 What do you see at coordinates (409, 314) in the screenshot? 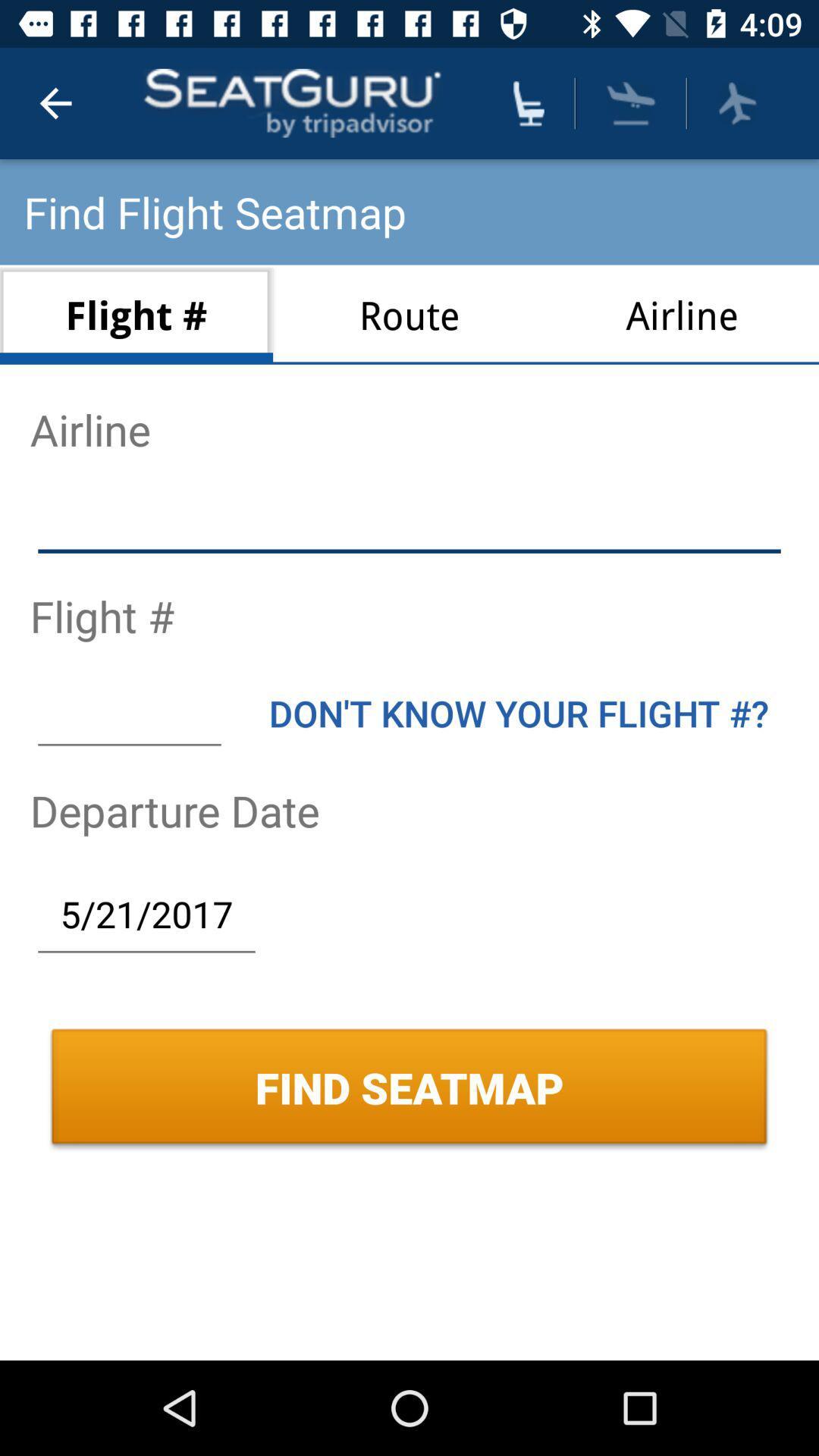
I see `icon below the find flight seatmap` at bounding box center [409, 314].